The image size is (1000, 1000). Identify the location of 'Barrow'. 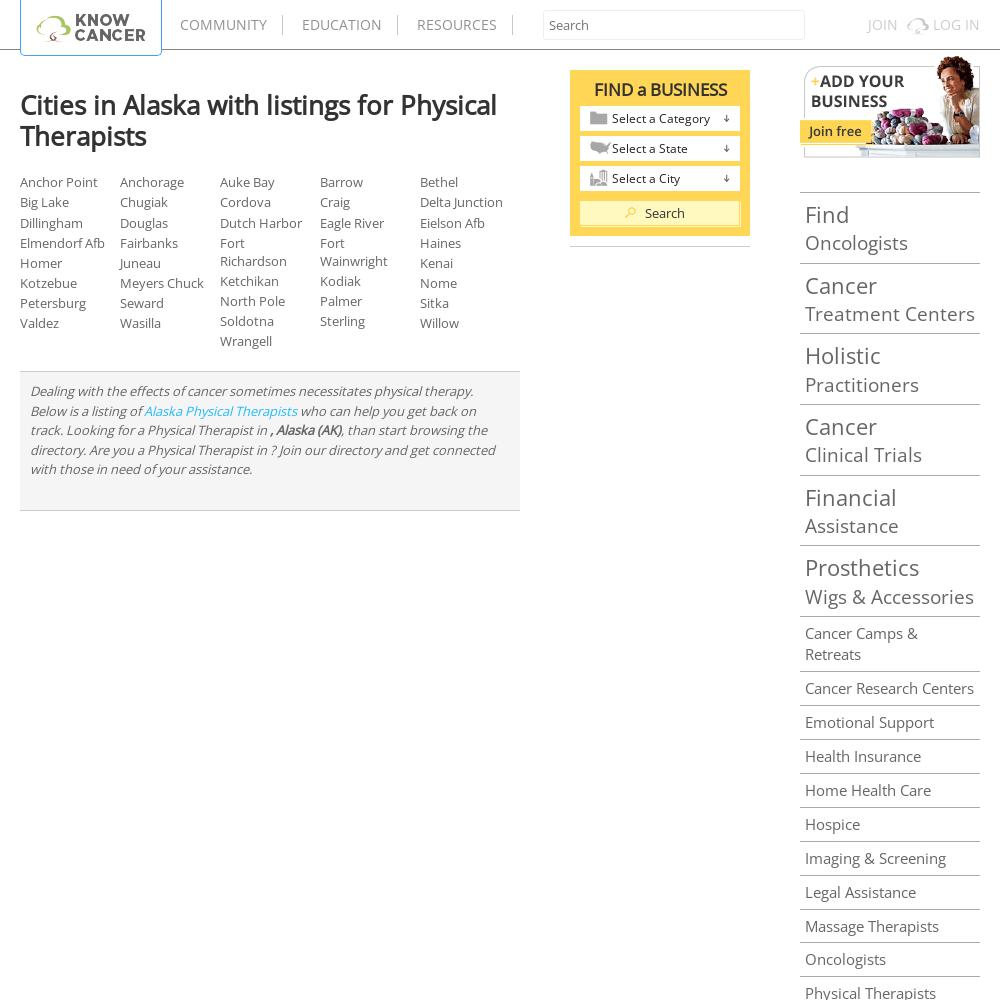
(340, 182).